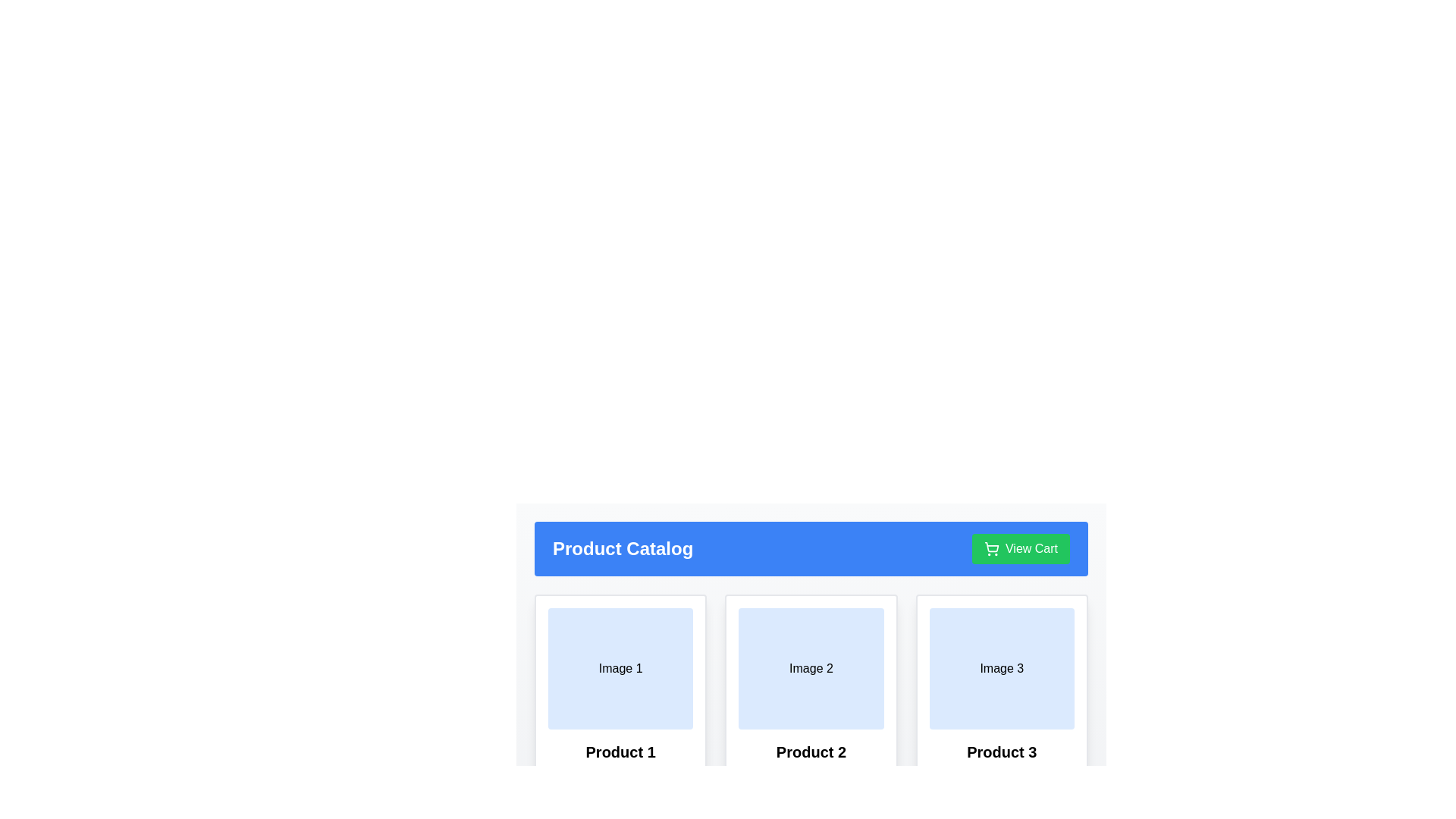  Describe the element at coordinates (623, 549) in the screenshot. I see `the 'Product Catalog' text label displayed in bold and large font on a blue background in the upper-left corner of the header section` at that location.